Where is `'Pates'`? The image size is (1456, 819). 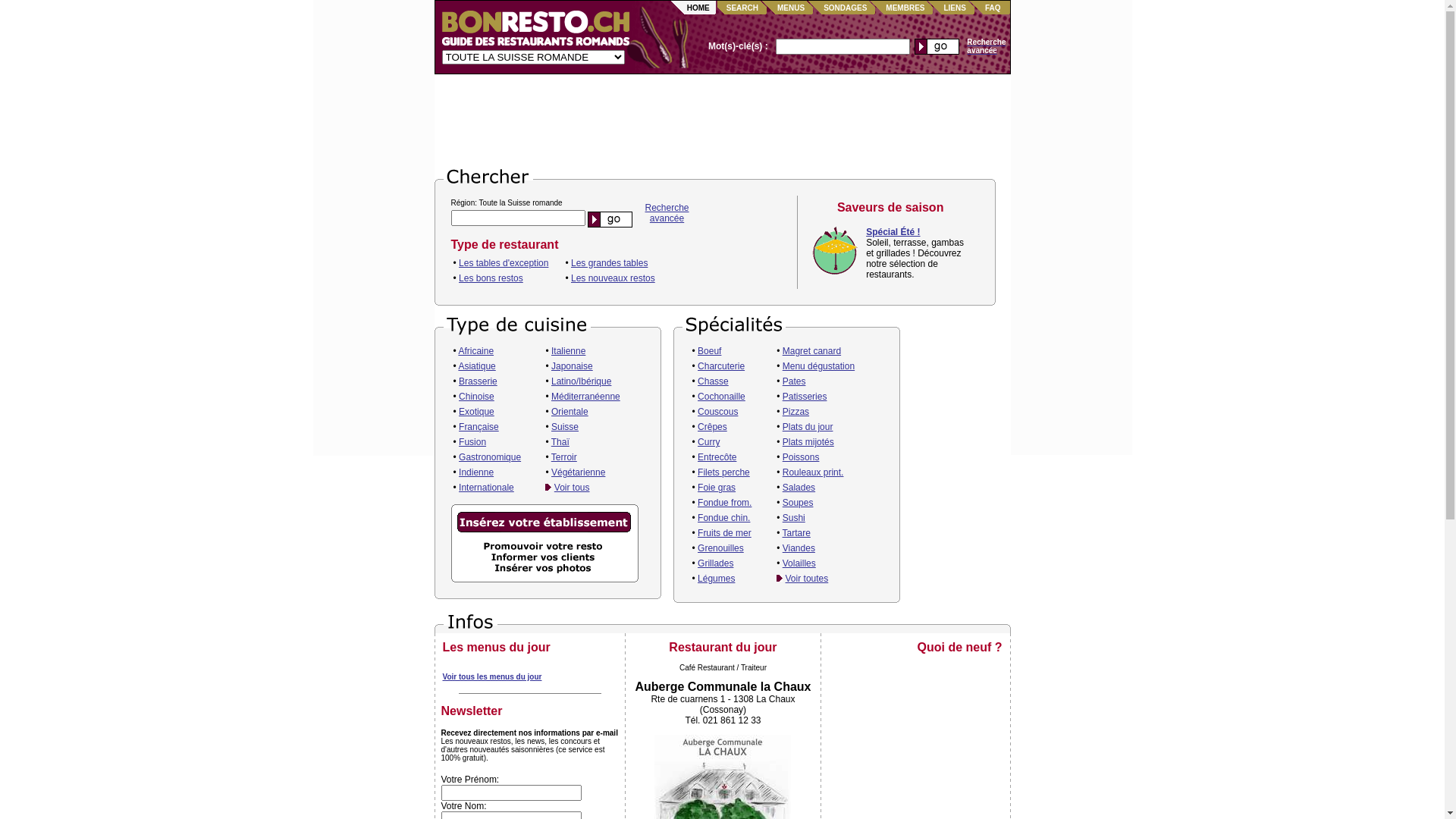
'Pates' is located at coordinates (793, 380).